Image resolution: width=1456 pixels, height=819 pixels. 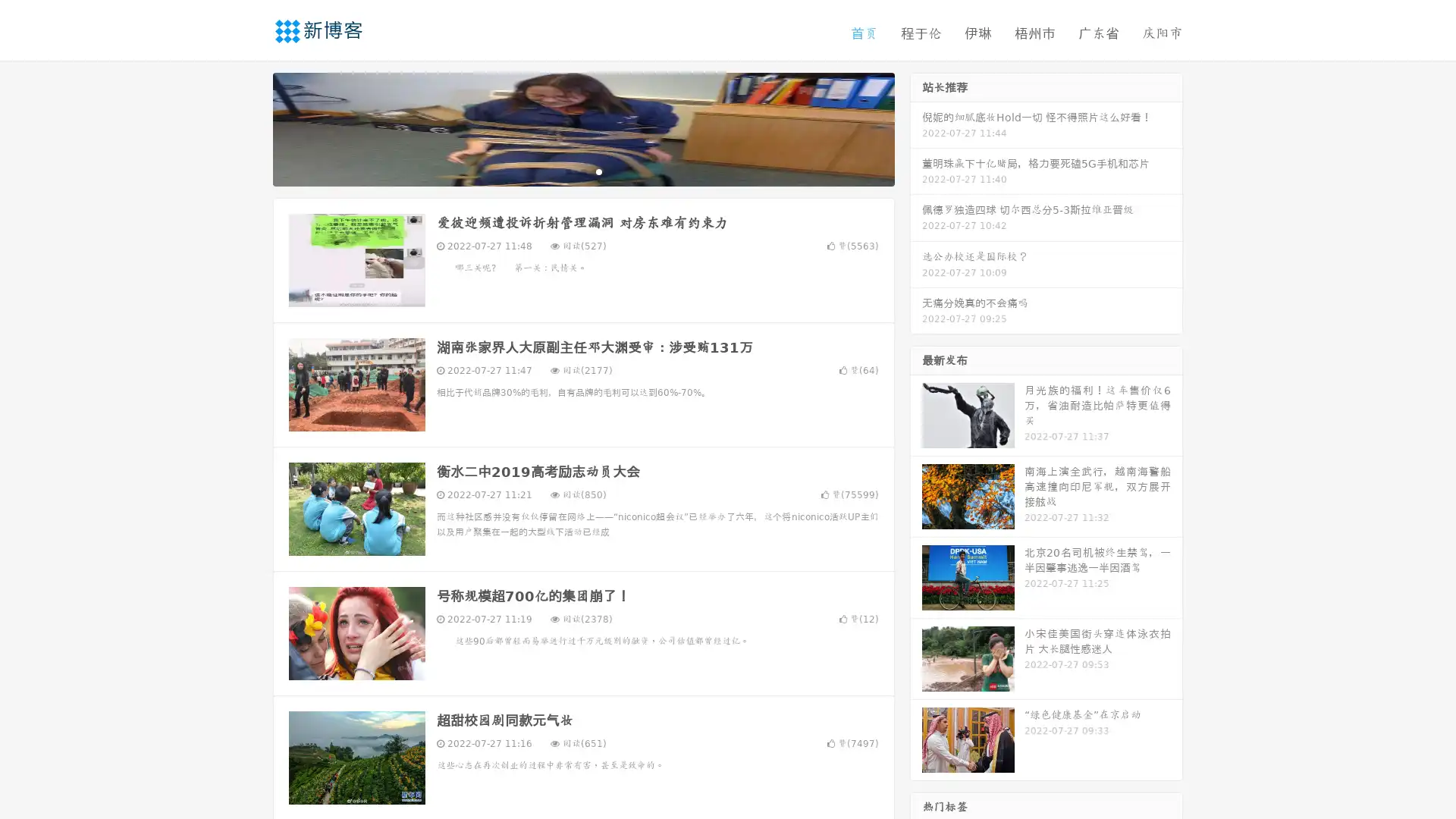 I want to click on Go to slide 1, so click(x=567, y=171).